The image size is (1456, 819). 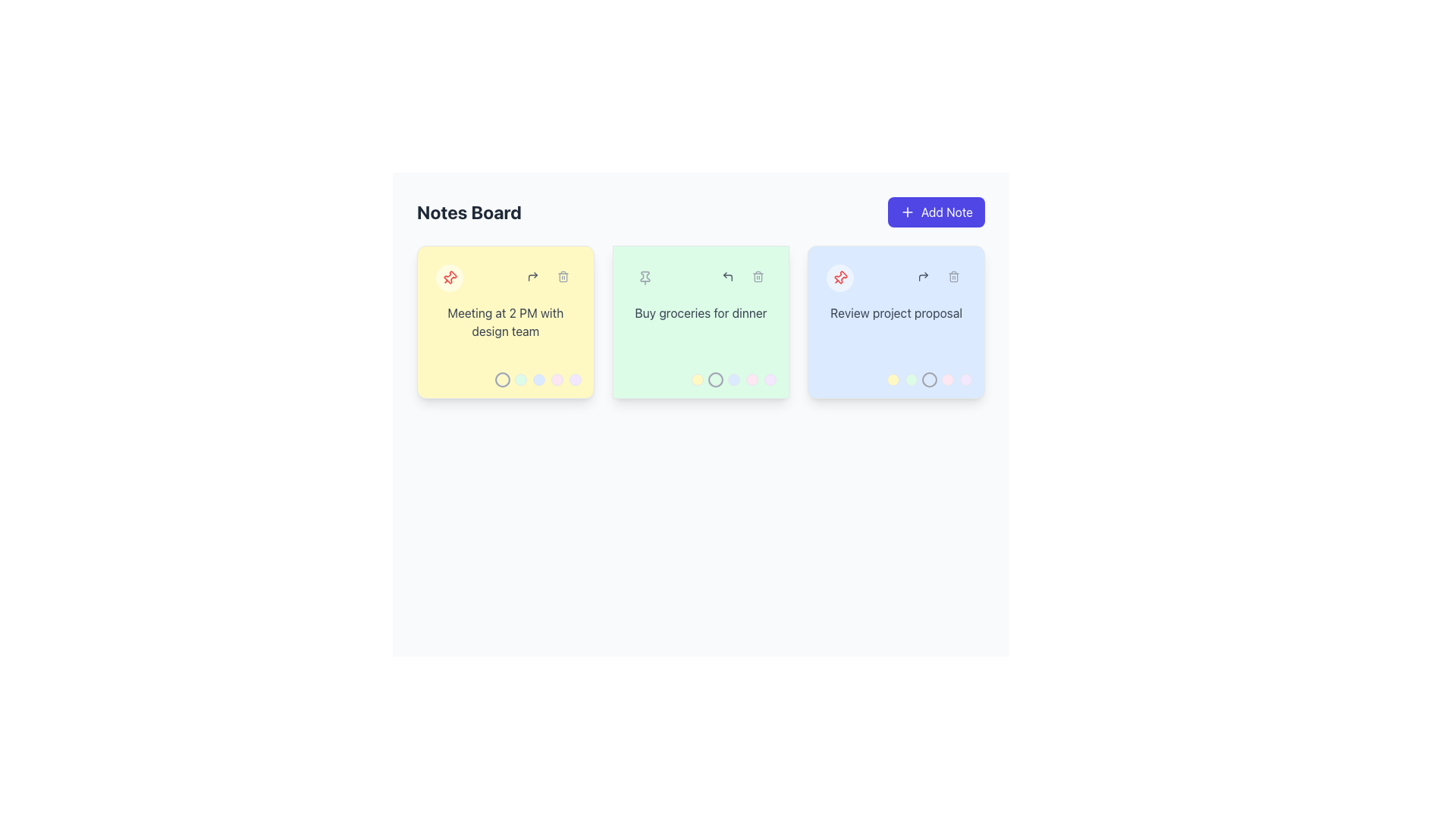 I want to click on the small, circular button with a pink background and light gray border located at the fourth position among five buttons at the bottom-right corner of the green section, so click(x=752, y=379).